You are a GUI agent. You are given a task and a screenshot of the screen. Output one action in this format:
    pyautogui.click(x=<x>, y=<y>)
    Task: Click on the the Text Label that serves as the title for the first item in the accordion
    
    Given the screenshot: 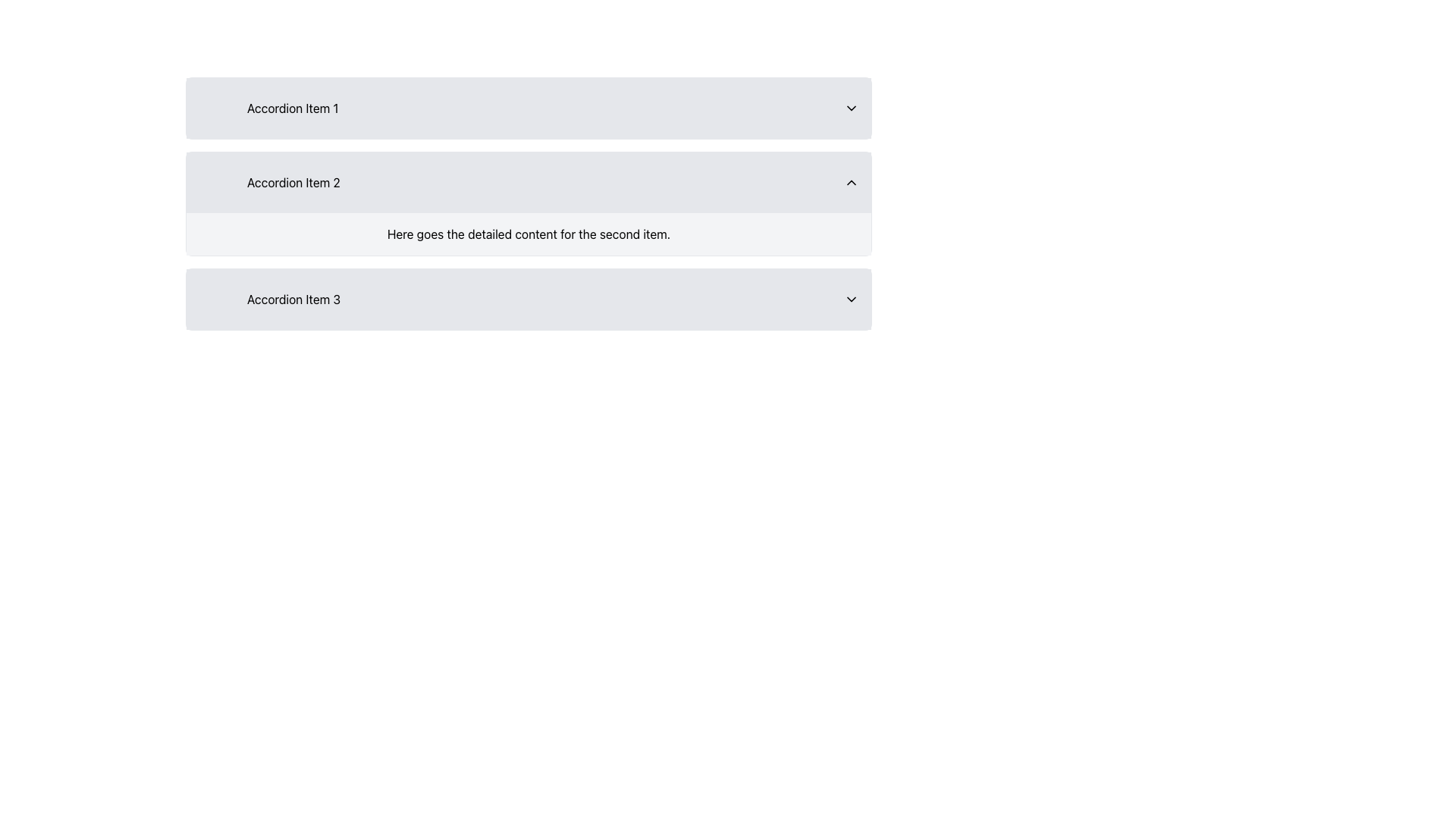 What is the action you would take?
    pyautogui.click(x=293, y=107)
    